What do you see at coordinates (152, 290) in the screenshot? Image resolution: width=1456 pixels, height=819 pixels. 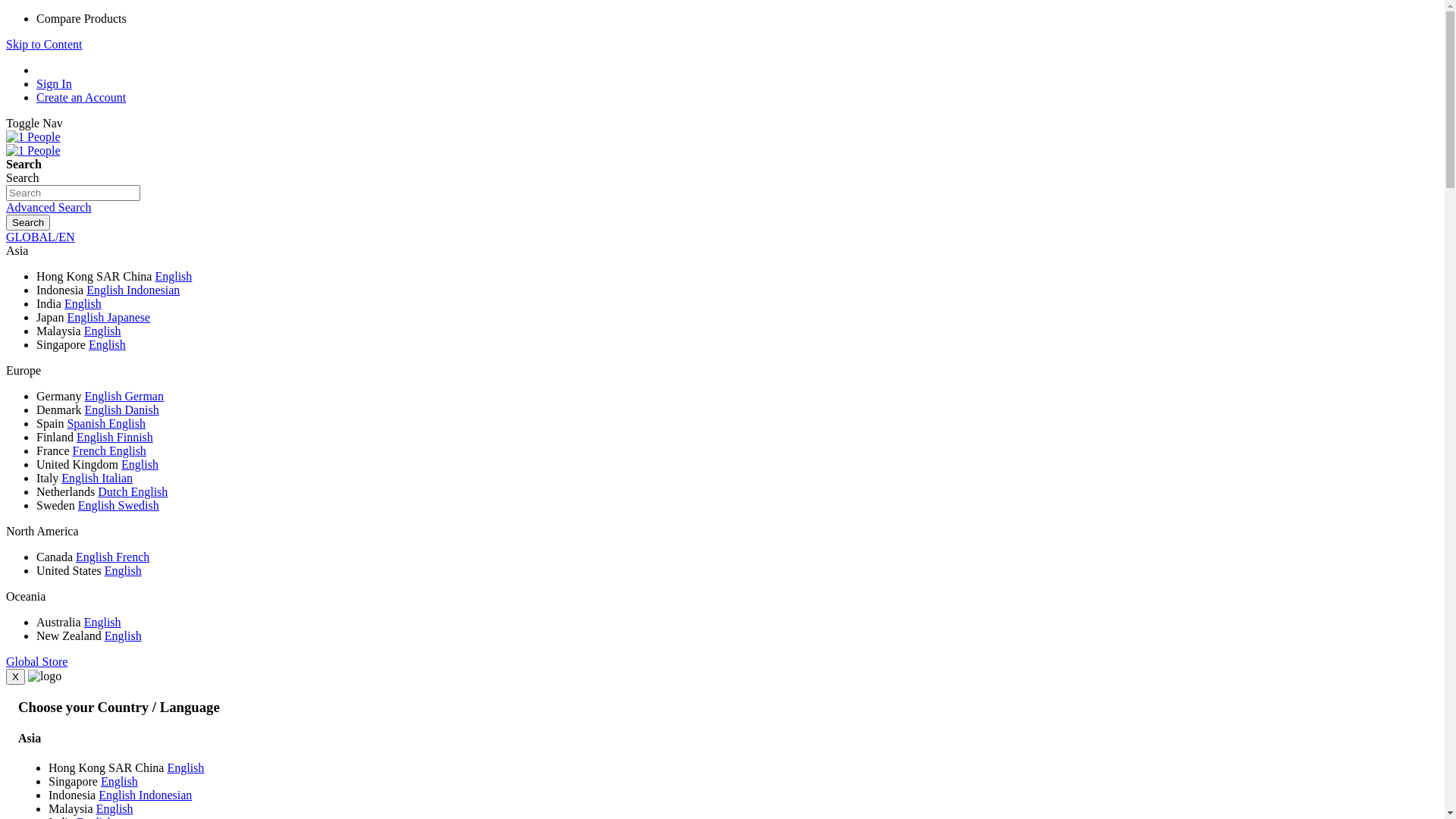 I see `'Indonesian'` at bounding box center [152, 290].